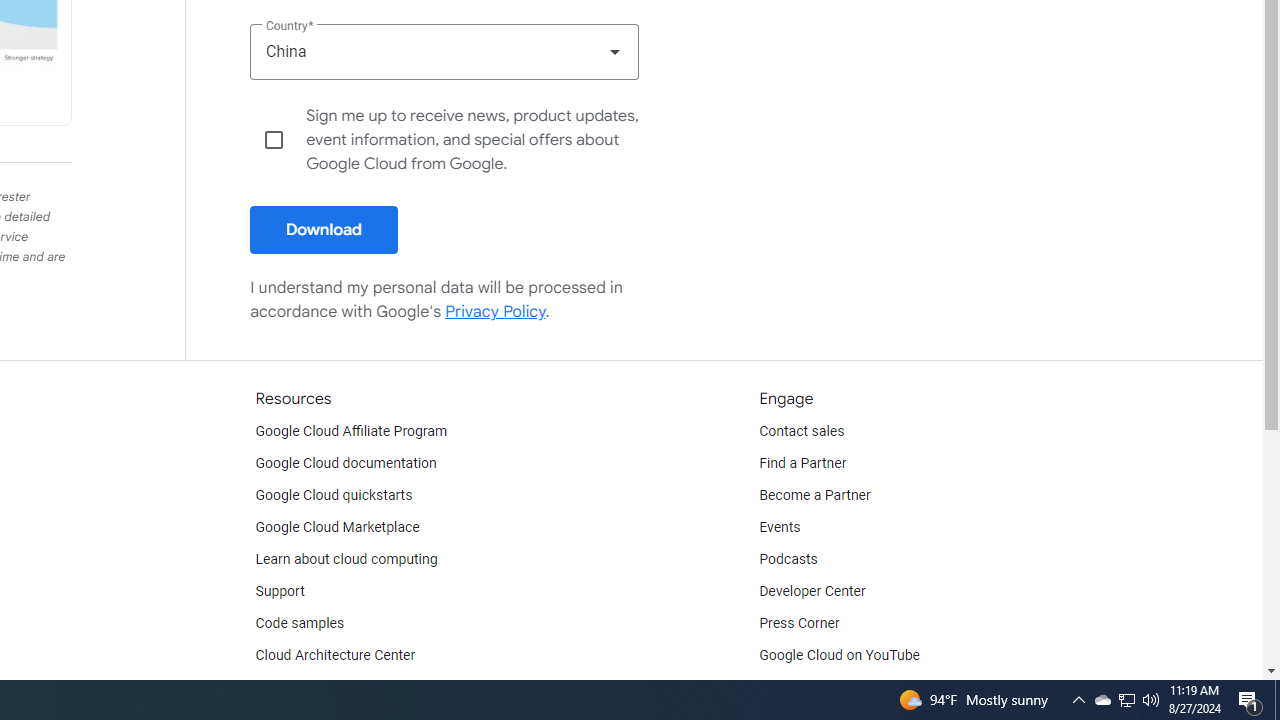  Describe the element at coordinates (346, 560) in the screenshot. I see `'Learn about cloud computing'` at that location.